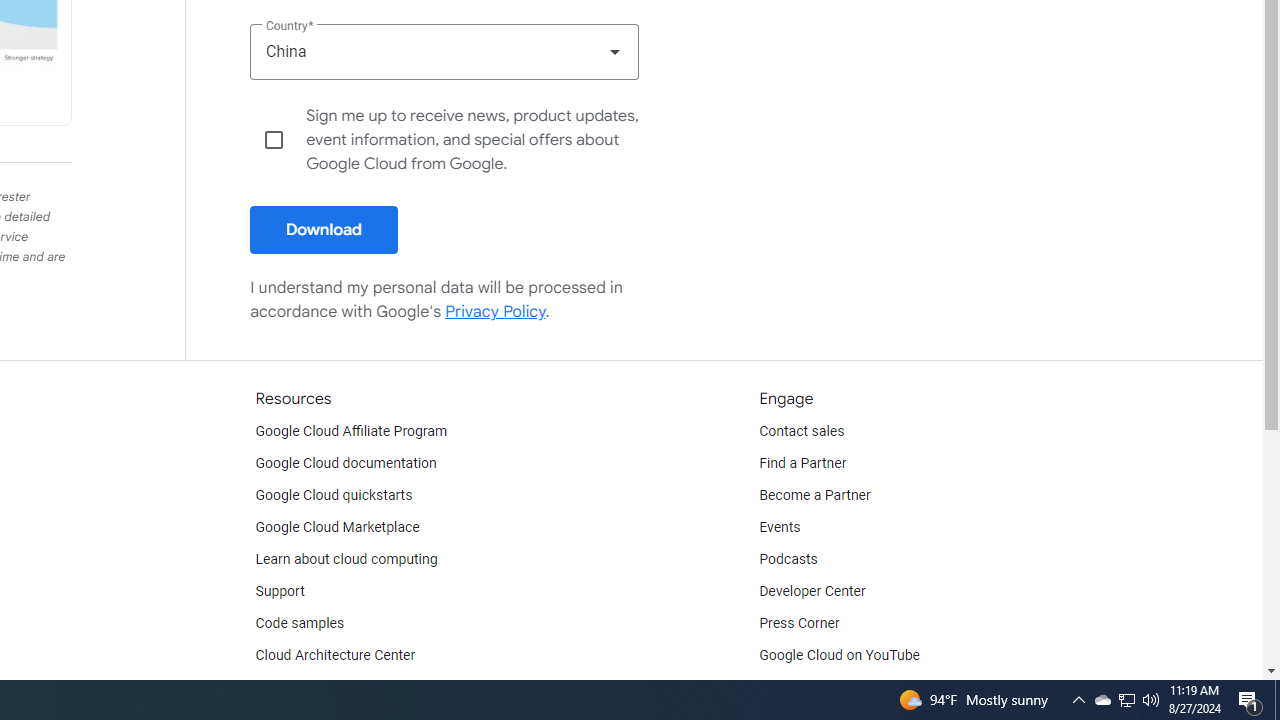  Describe the element at coordinates (346, 560) in the screenshot. I see `'Learn about cloud computing'` at that location.